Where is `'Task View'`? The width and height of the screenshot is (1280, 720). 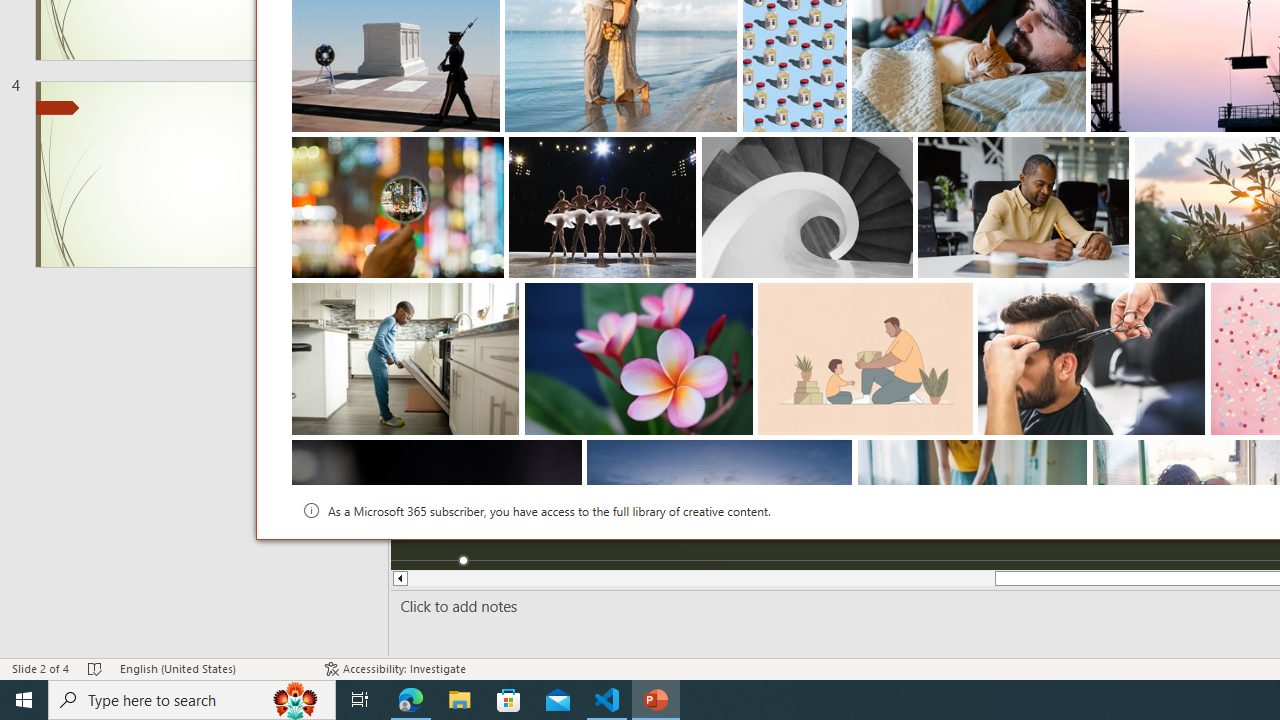 'Task View' is located at coordinates (359, 698).